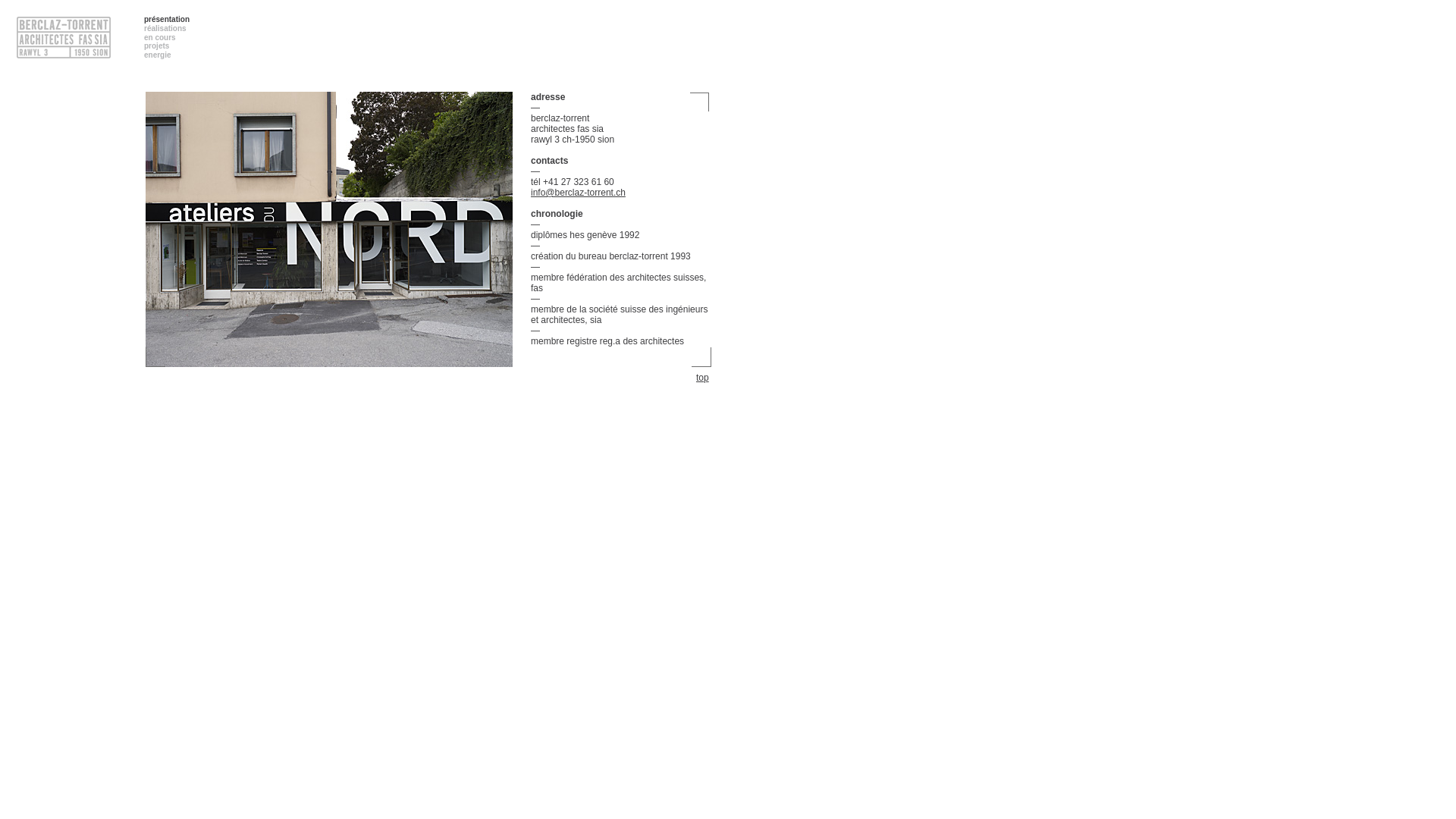 This screenshot has height=819, width=1456. Describe the element at coordinates (144, 36) in the screenshot. I see `'en cours'` at that location.